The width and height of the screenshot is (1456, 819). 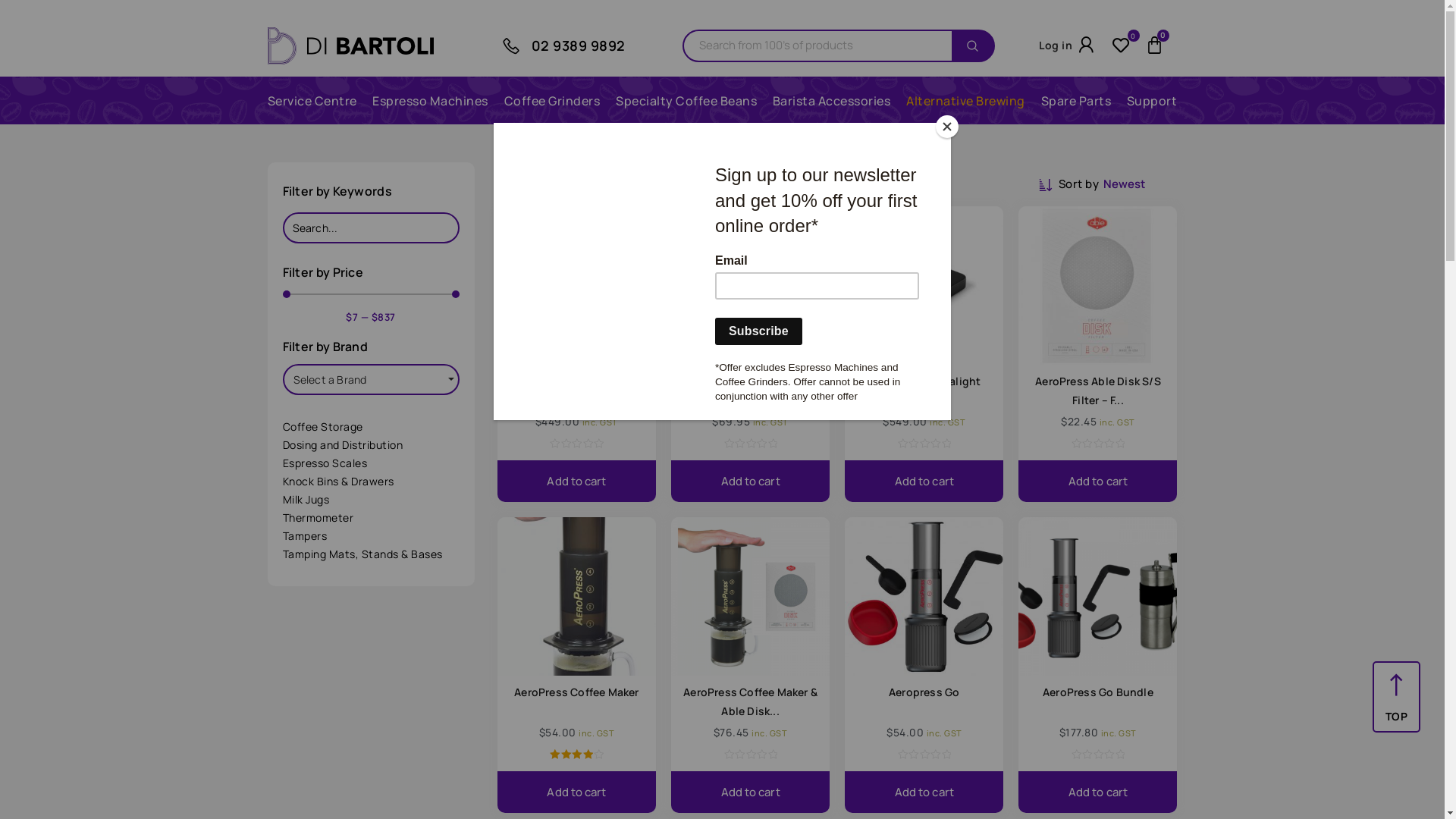 What do you see at coordinates (370, 462) in the screenshot?
I see `'Espresso Scales'` at bounding box center [370, 462].